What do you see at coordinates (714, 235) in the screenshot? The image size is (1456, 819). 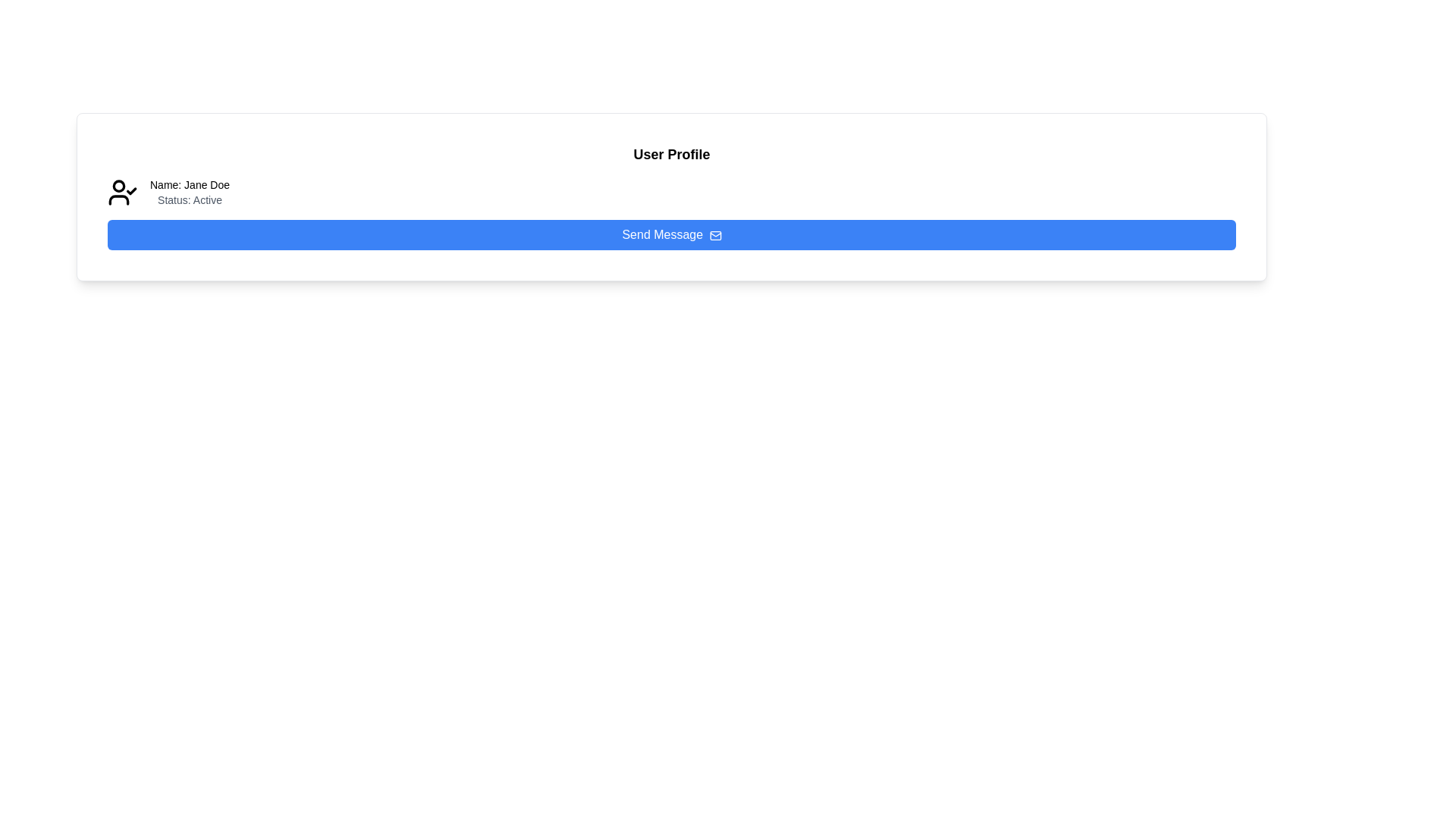 I see `the mail icon within the 'Send Message' button to send a message` at bounding box center [714, 235].